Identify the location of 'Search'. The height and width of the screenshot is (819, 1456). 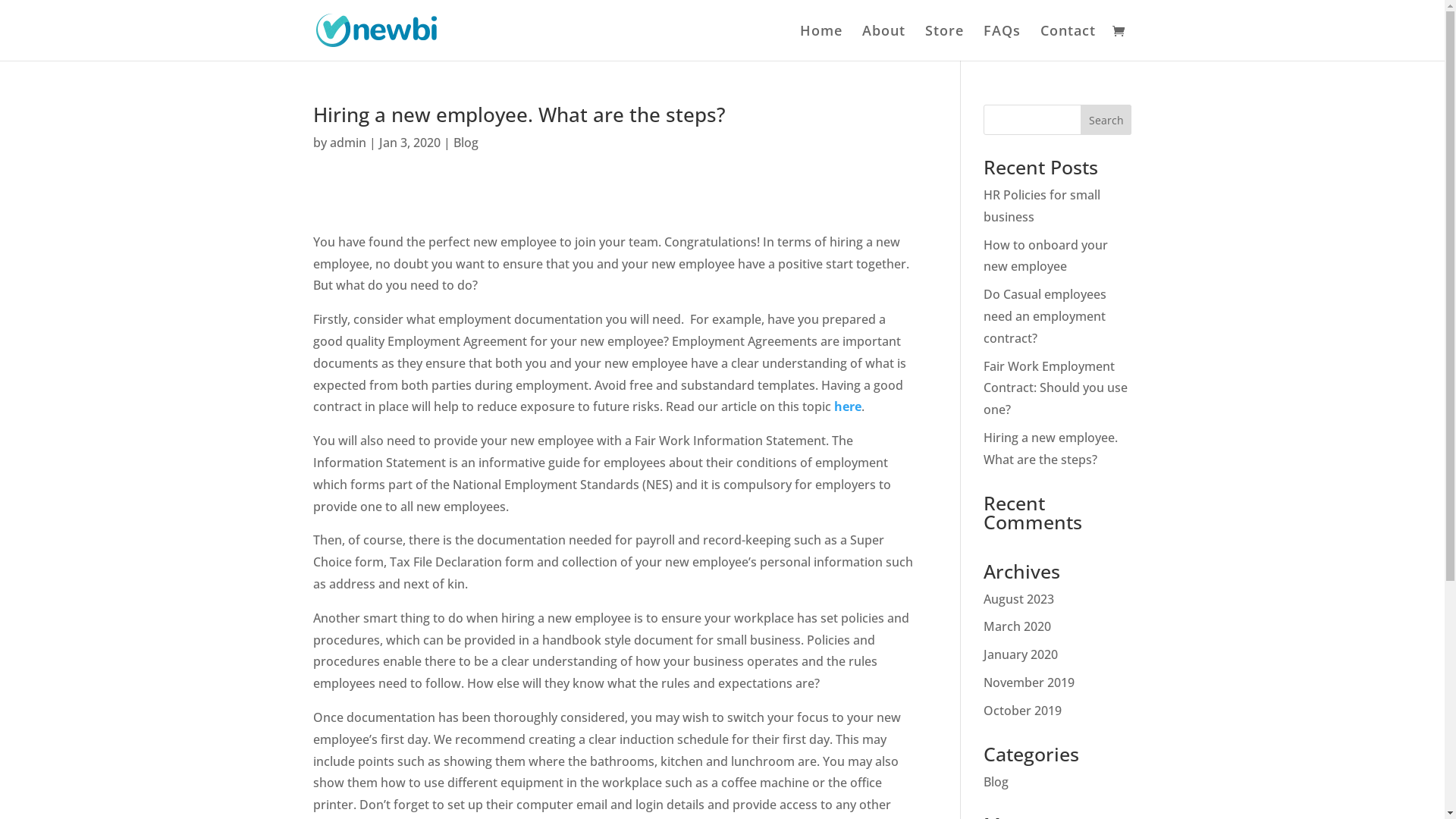
(1106, 119).